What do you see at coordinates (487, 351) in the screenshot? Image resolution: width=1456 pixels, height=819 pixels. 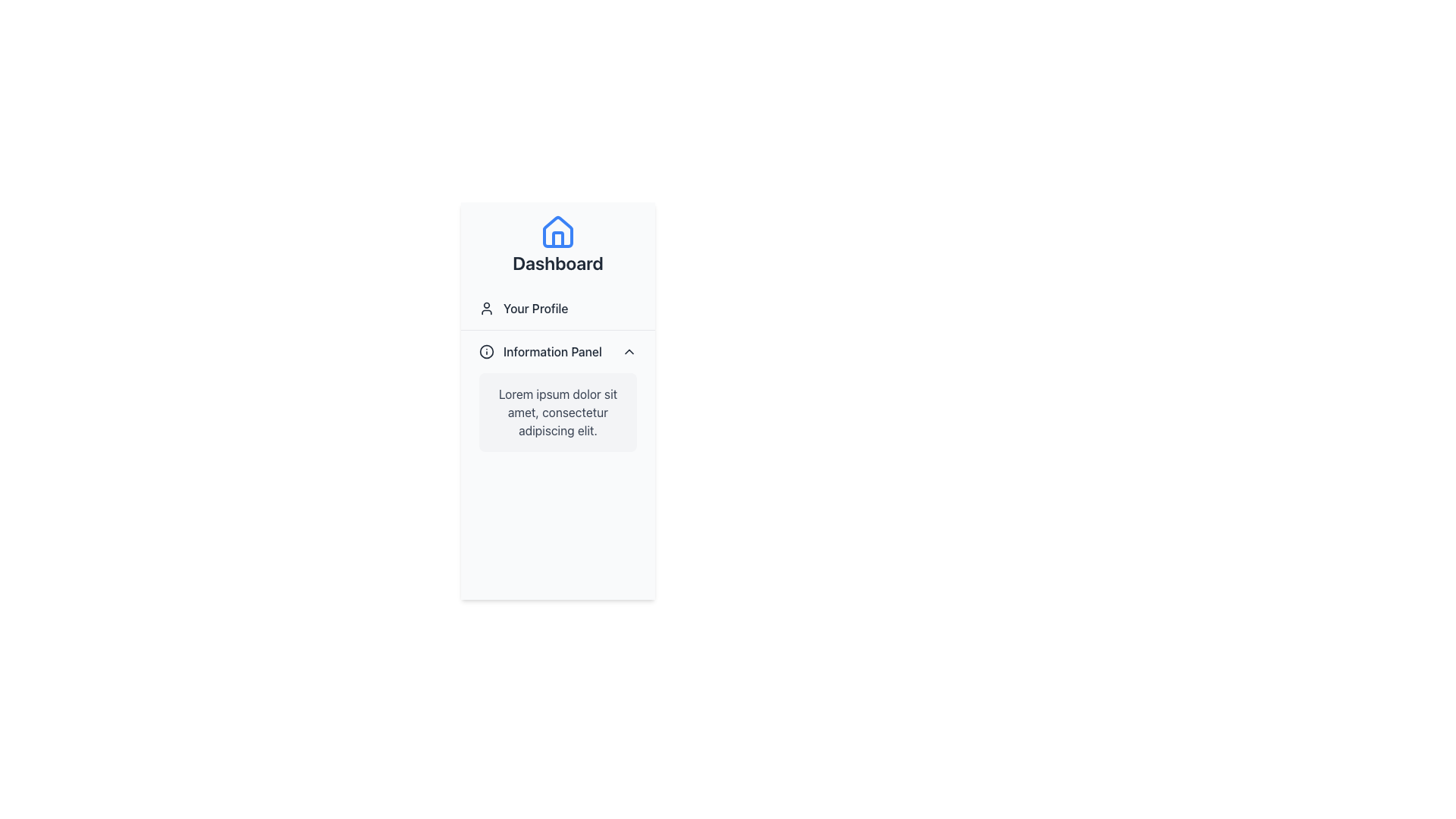 I see `the circular information icon with an 'i' symbol that is located to the left of the 'Information Panel' text in the navigation menu under the dashboard header` at bounding box center [487, 351].